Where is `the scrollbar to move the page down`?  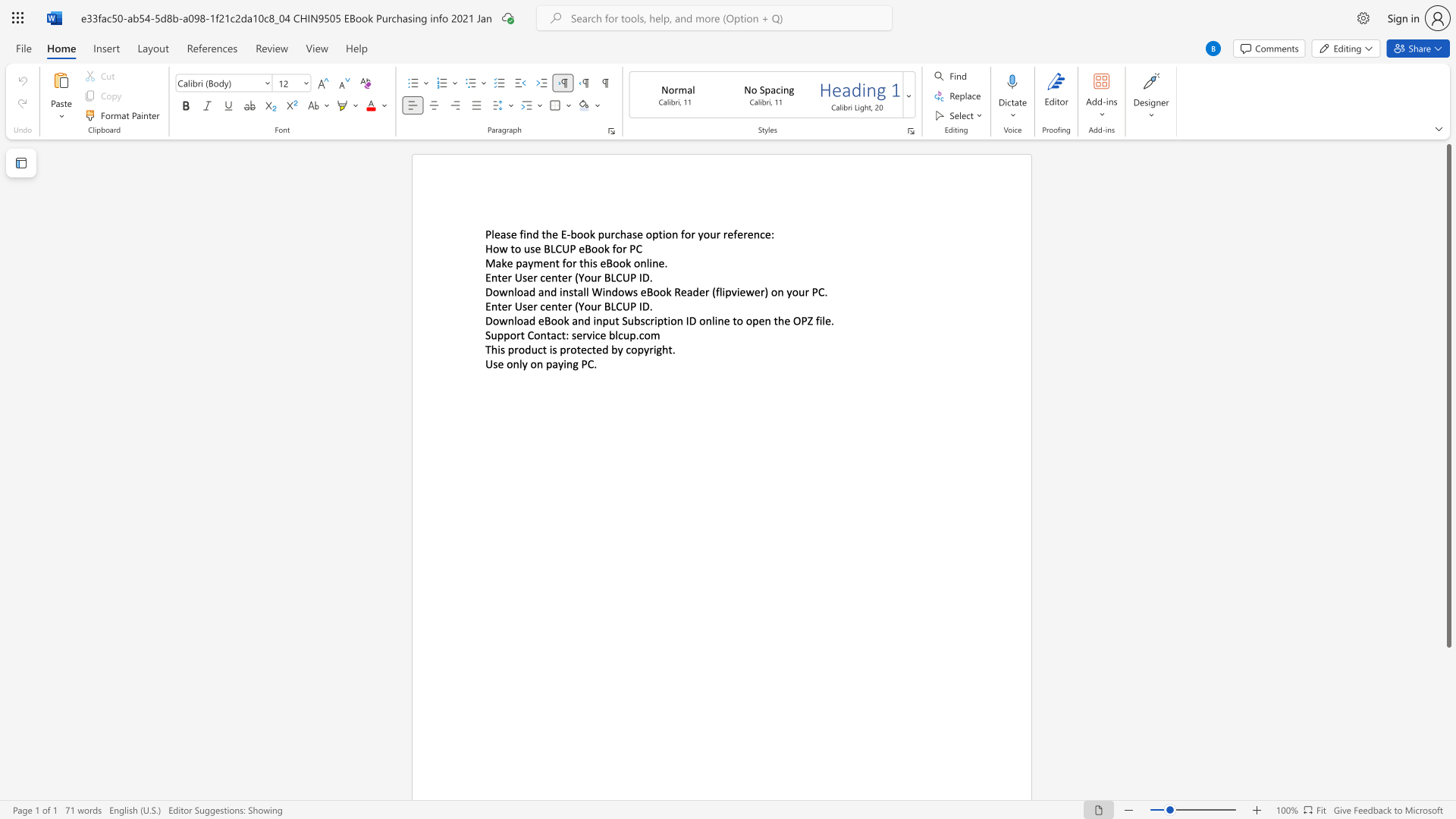
the scrollbar to move the page down is located at coordinates (1448, 751).